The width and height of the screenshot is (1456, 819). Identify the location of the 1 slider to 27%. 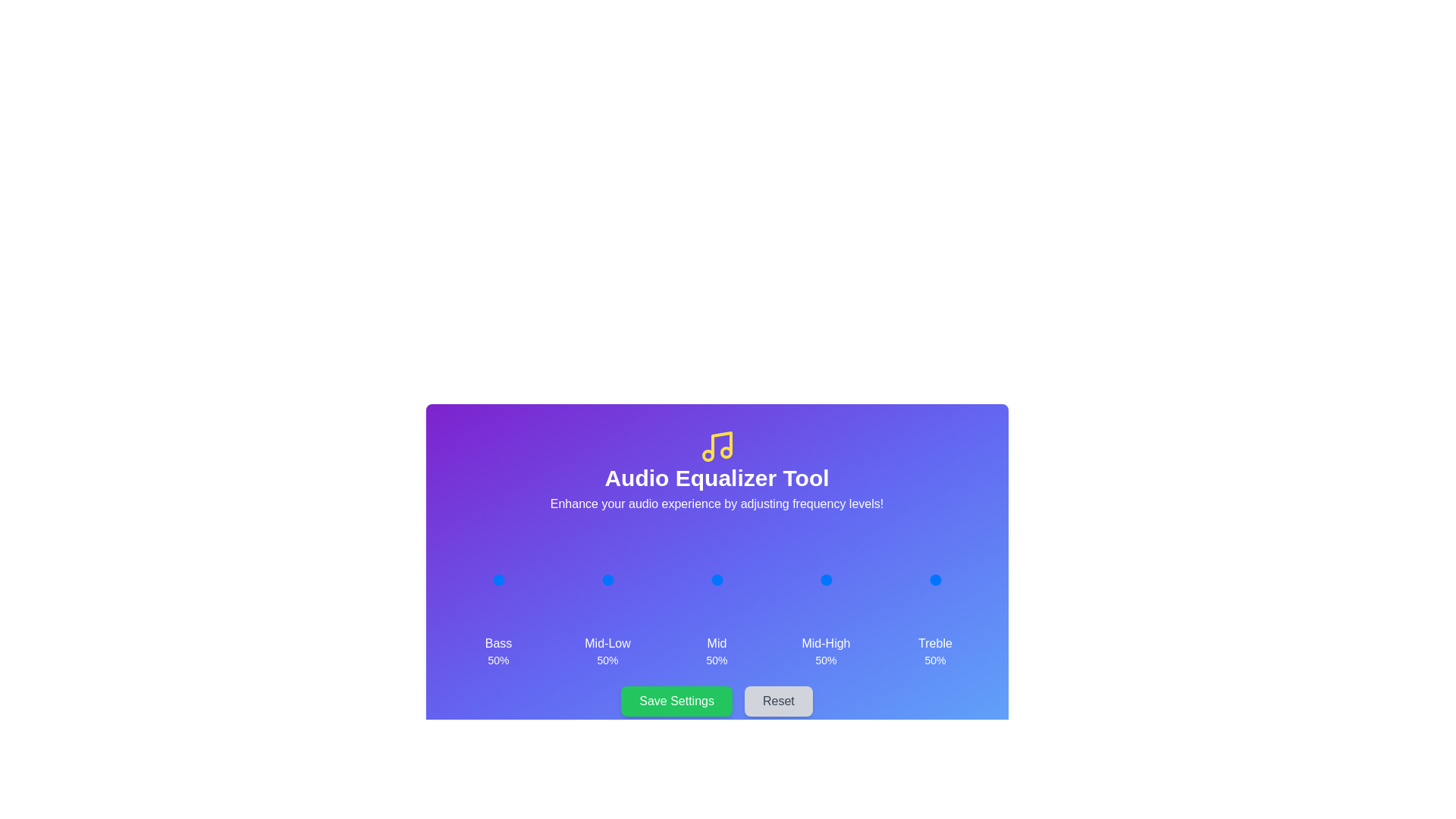
(595, 579).